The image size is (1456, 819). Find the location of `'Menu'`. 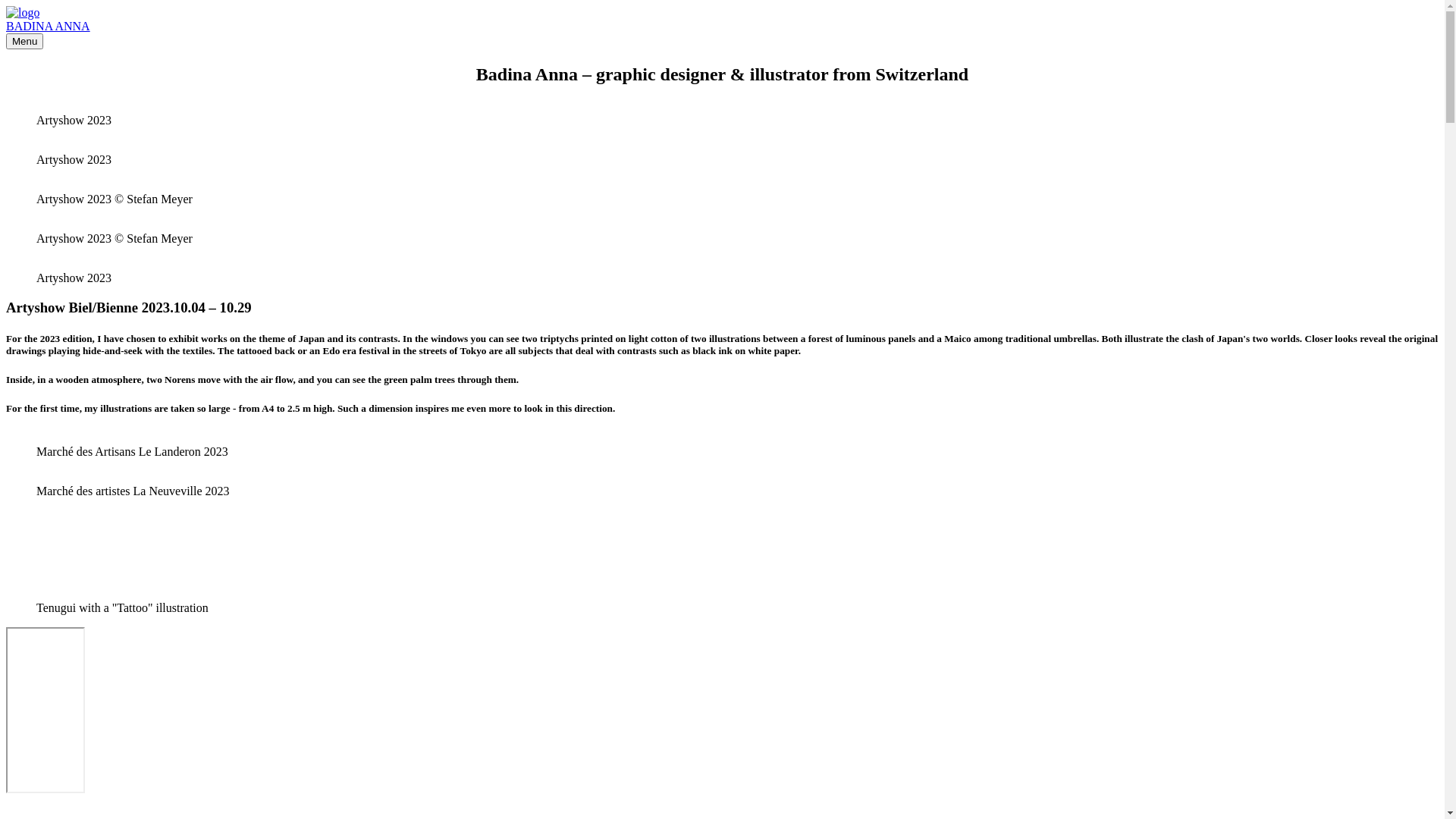

'Menu' is located at coordinates (24, 40).